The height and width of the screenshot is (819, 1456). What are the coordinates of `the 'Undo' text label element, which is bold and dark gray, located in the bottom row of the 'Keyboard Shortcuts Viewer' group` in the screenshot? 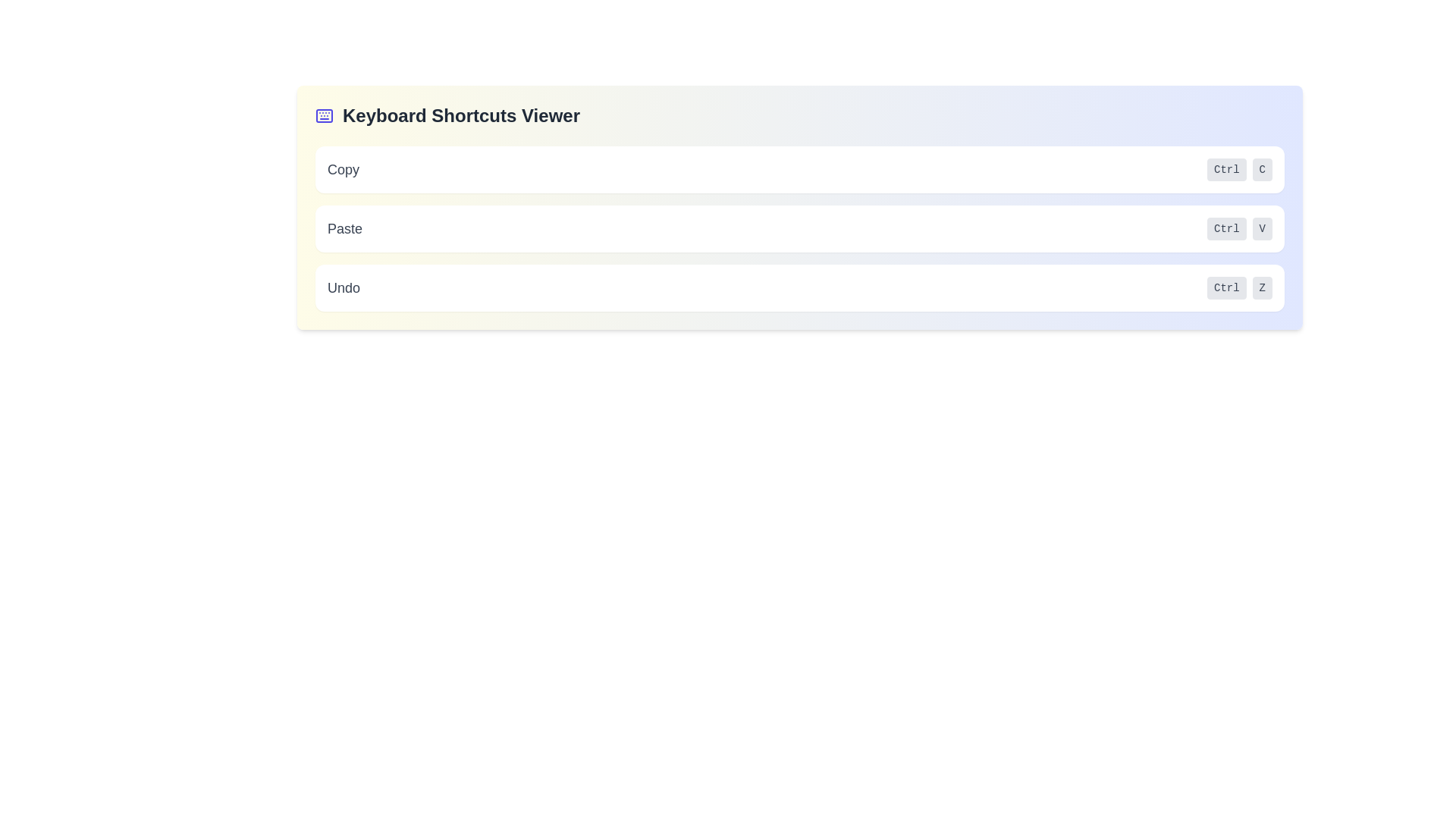 It's located at (343, 288).